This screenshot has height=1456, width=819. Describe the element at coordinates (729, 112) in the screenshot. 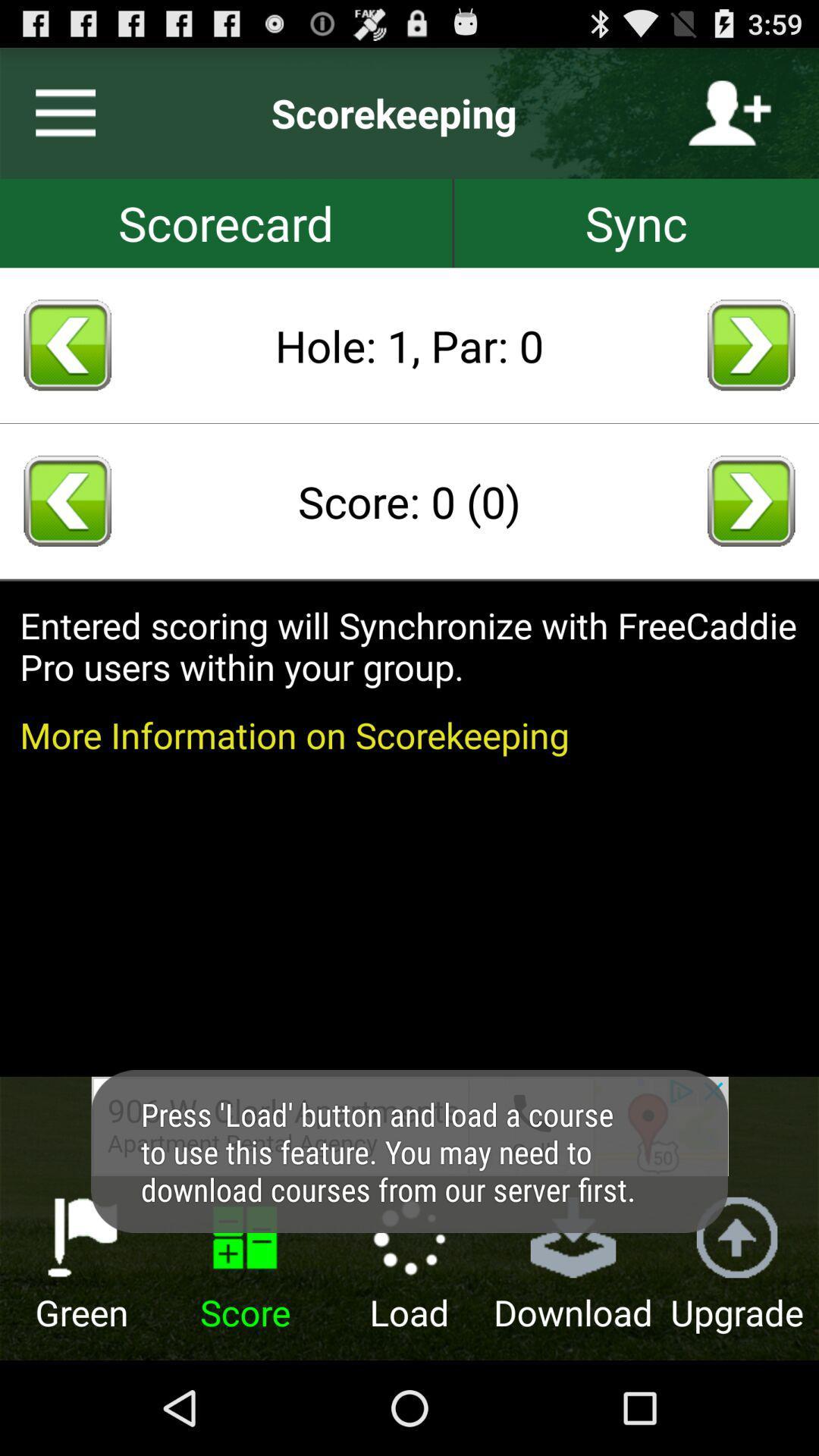

I see `contact` at that location.